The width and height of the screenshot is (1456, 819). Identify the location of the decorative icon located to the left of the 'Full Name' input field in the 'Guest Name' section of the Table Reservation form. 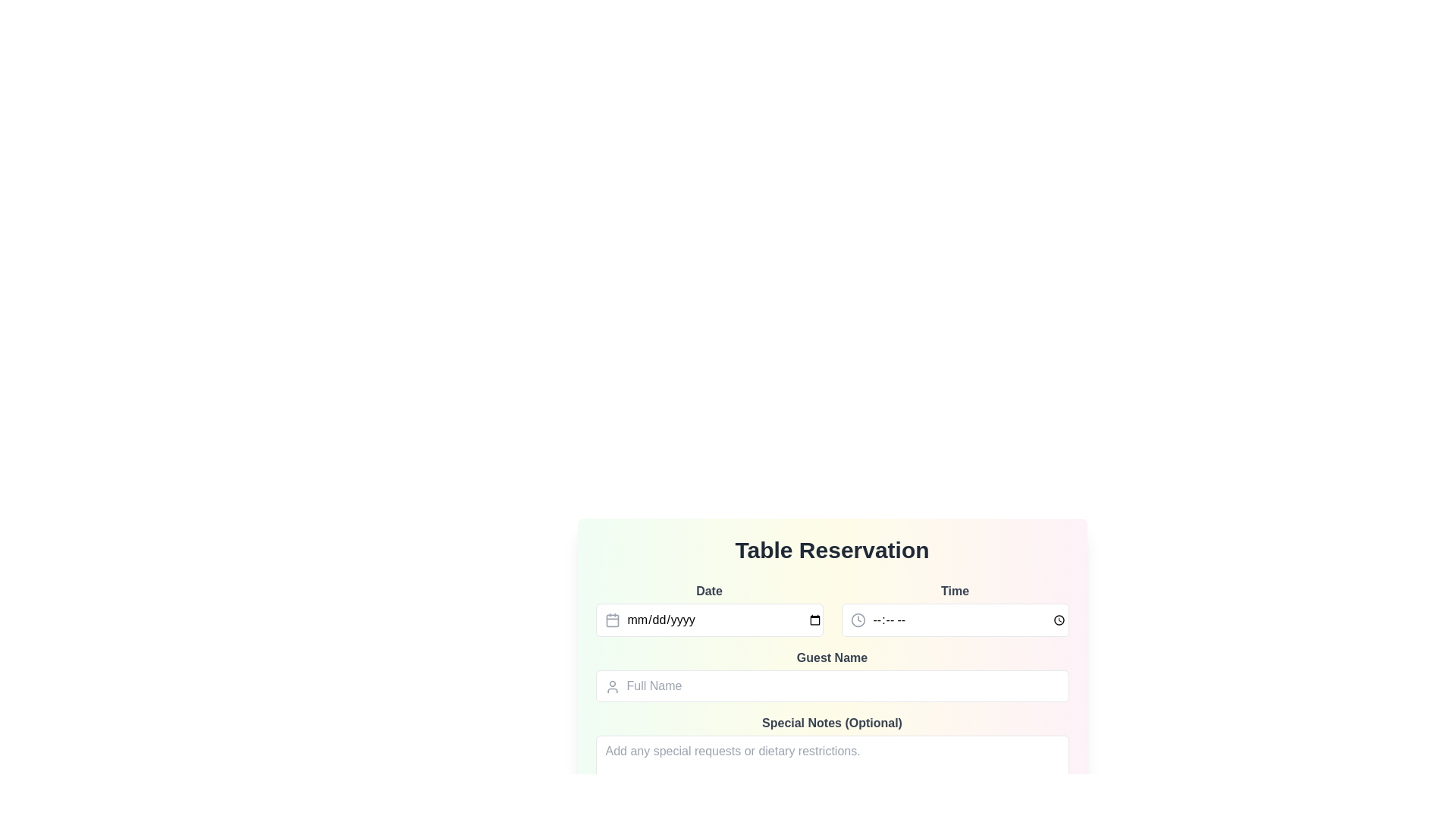
(612, 687).